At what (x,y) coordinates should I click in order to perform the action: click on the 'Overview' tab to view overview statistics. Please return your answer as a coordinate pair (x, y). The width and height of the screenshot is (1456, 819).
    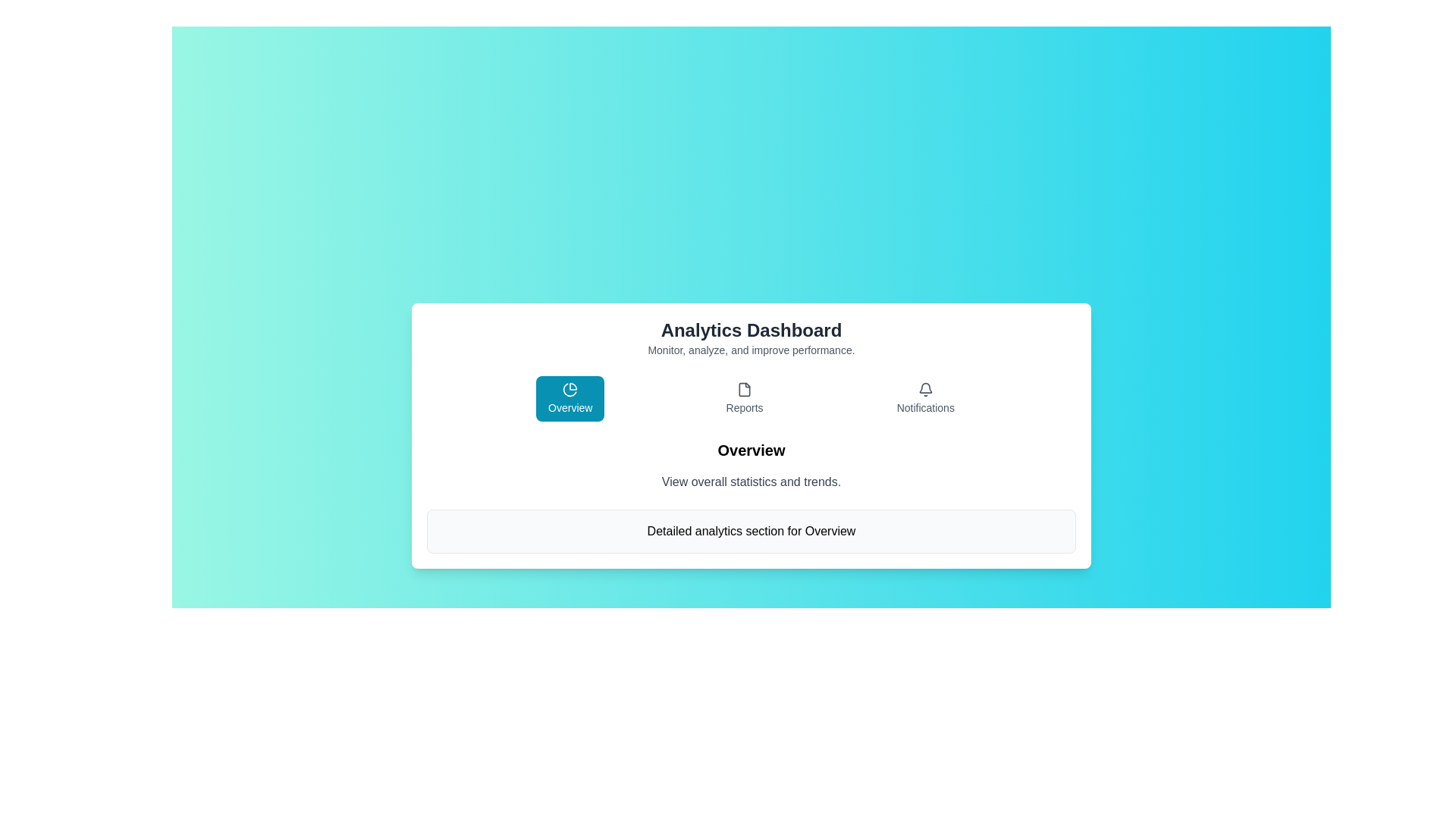
    Looking at the image, I should click on (570, 397).